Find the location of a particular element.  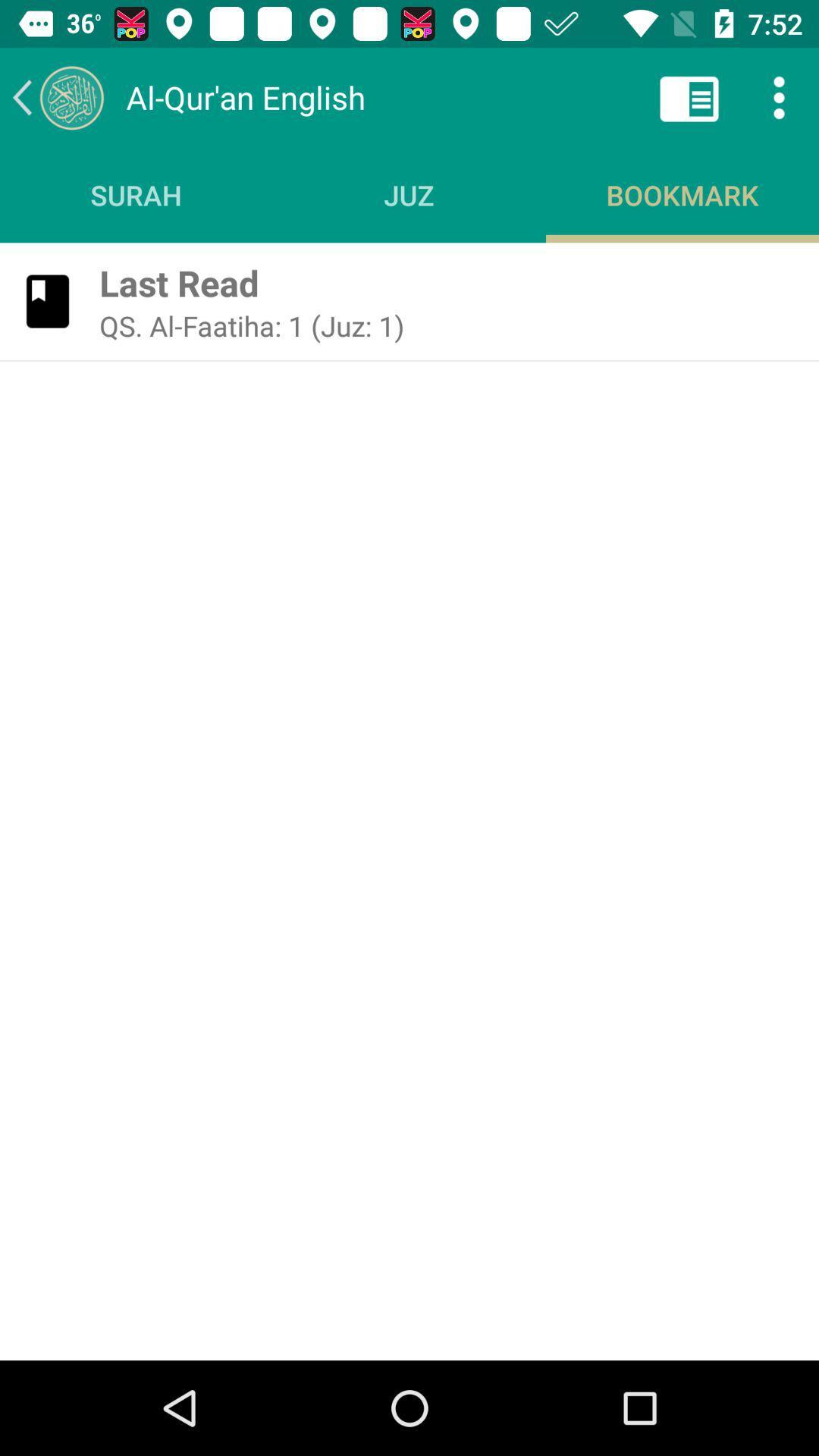

the item next to al qur an icon is located at coordinates (689, 96).